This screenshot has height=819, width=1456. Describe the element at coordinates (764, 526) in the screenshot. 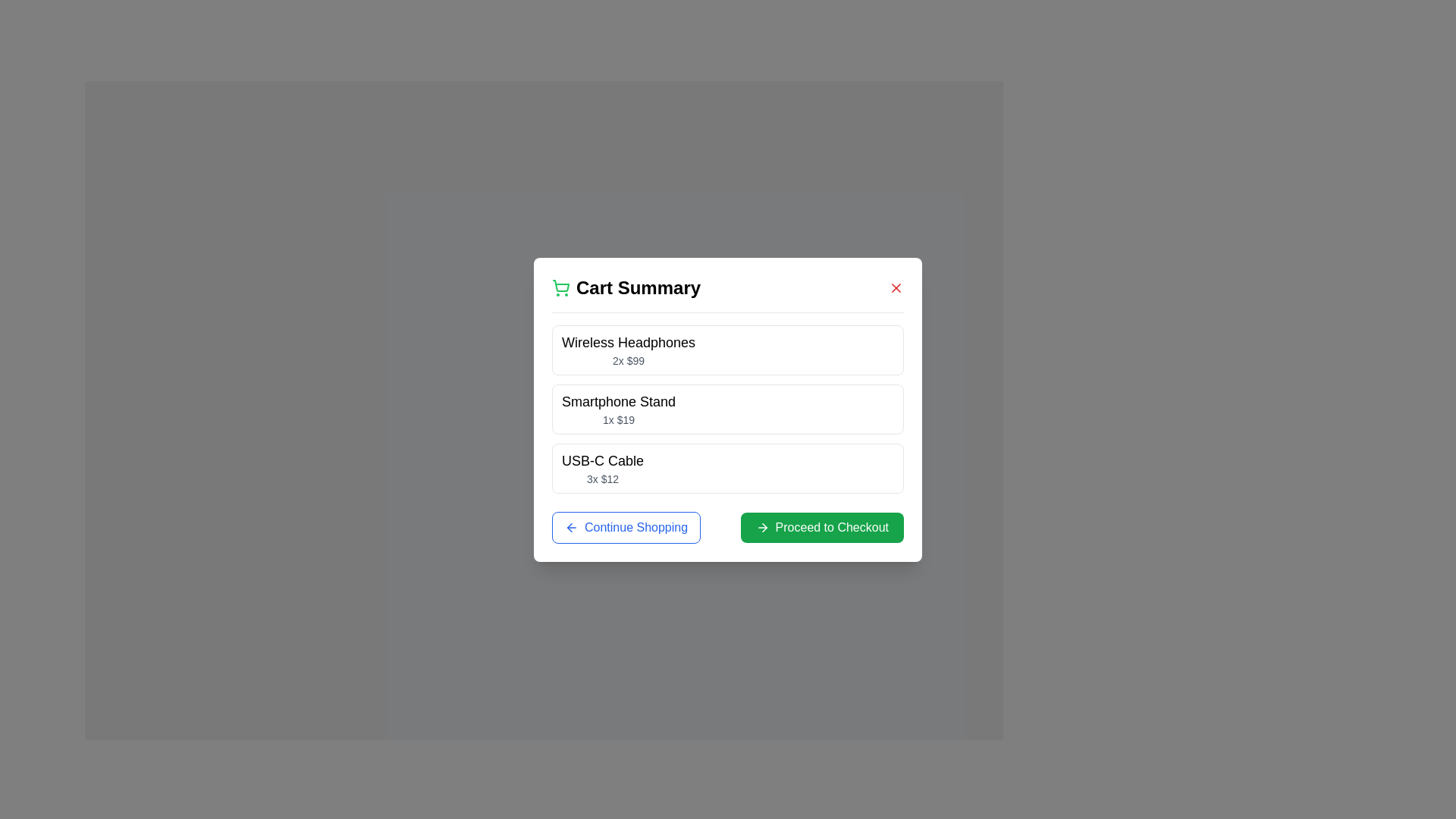

I see `the arrow icon in the bottom-right portion of the dialog box, part of the 'Proceed to Checkout' button, to proceed to checkout` at that location.